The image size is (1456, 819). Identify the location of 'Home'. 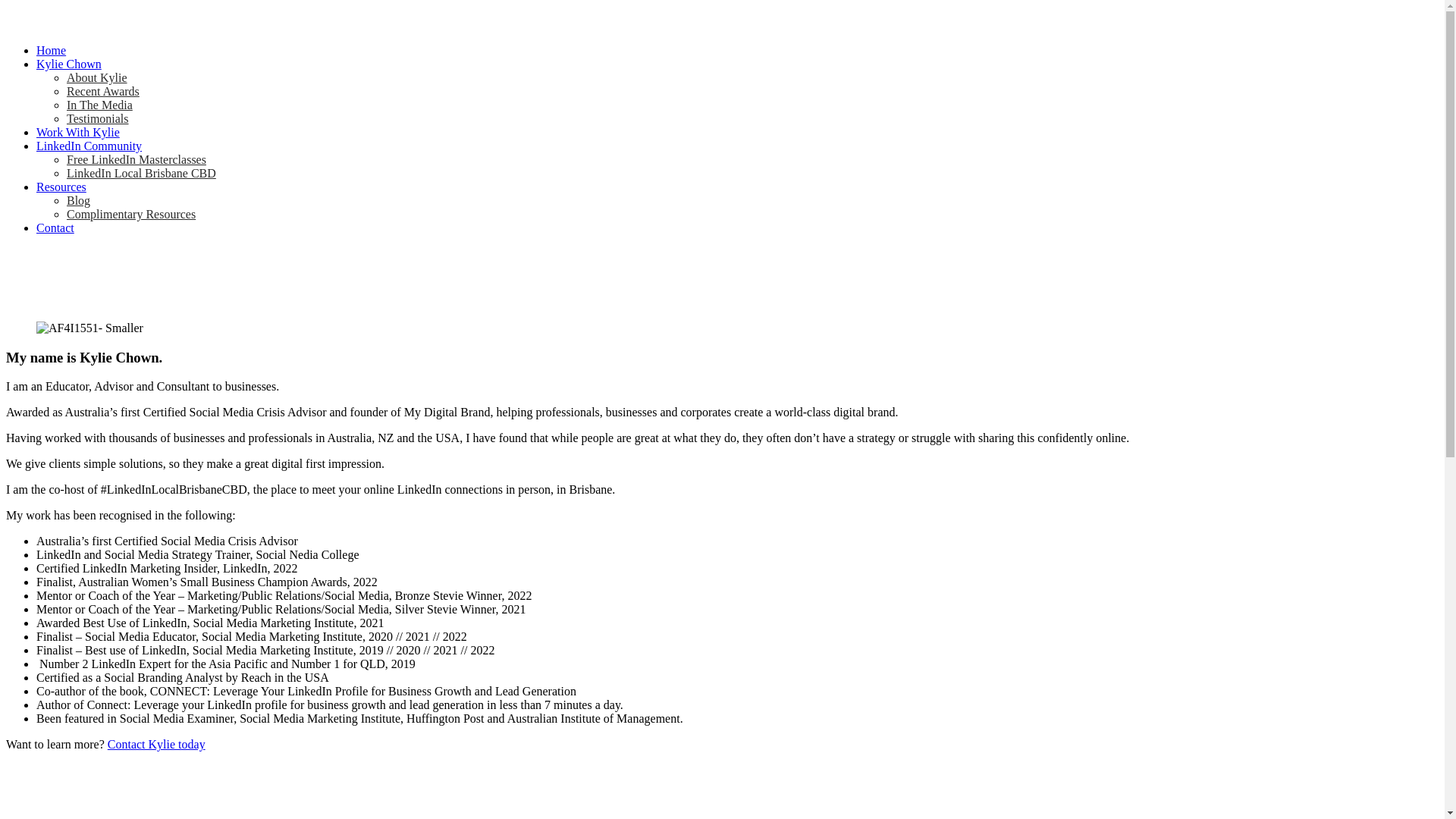
(51, 49).